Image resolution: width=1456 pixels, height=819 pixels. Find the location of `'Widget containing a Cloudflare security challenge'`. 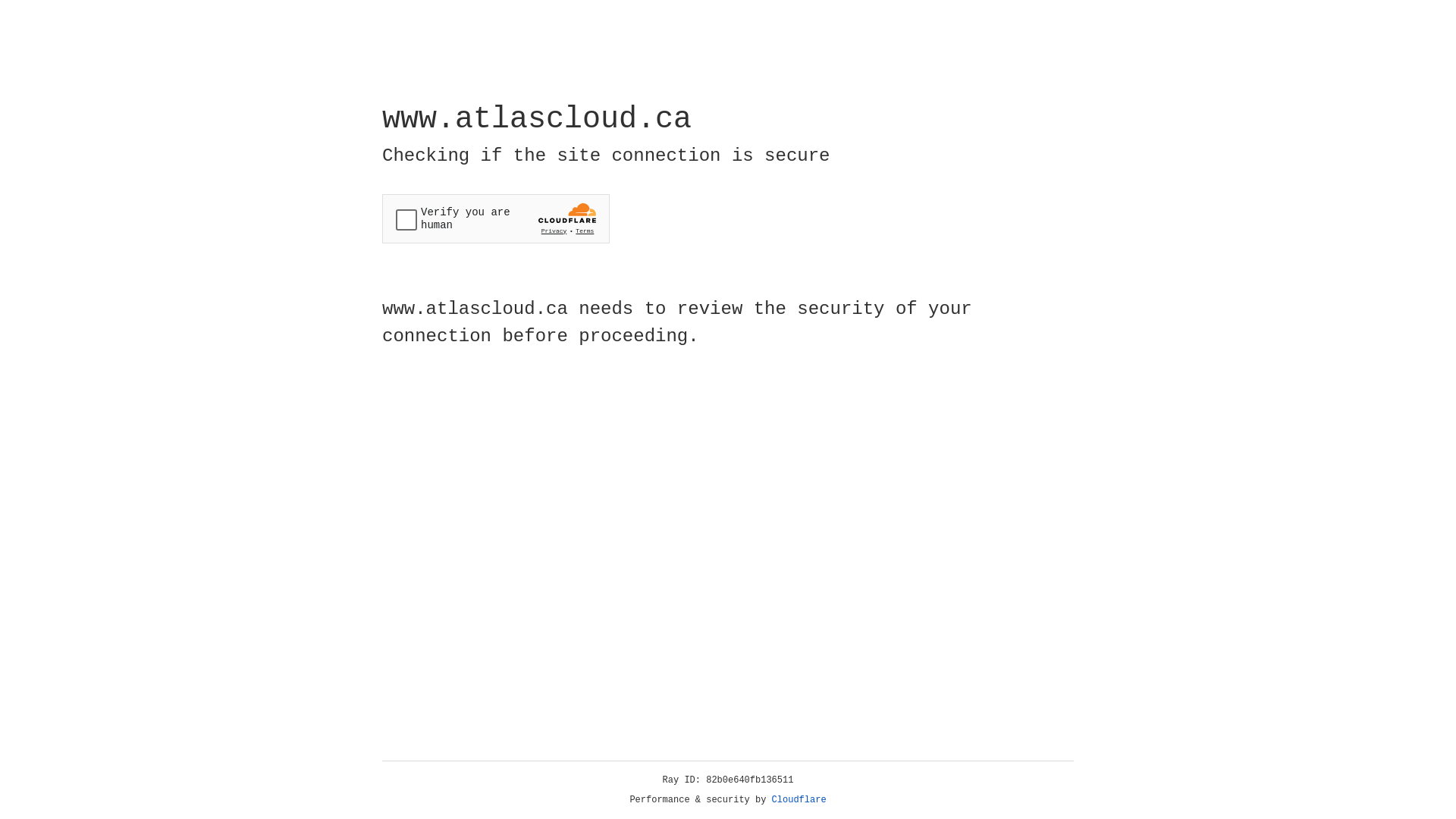

'Widget containing a Cloudflare security challenge' is located at coordinates (495, 218).